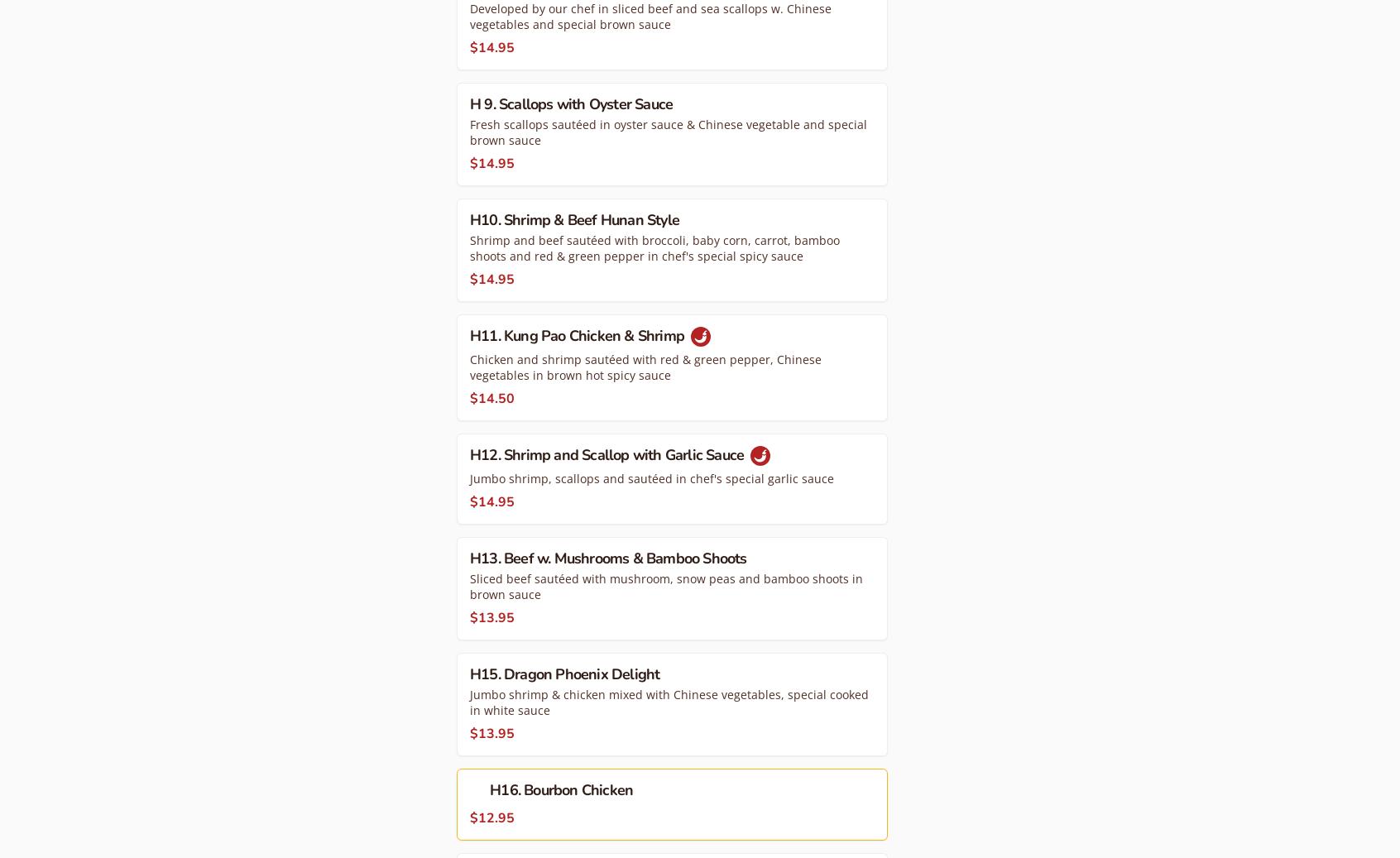 Image resolution: width=1400 pixels, height=858 pixels. Describe the element at coordinates (607, 453) in the screenshot. I see `'H12. Shrimp and Scallop with Garlic Sauce'` at that location.